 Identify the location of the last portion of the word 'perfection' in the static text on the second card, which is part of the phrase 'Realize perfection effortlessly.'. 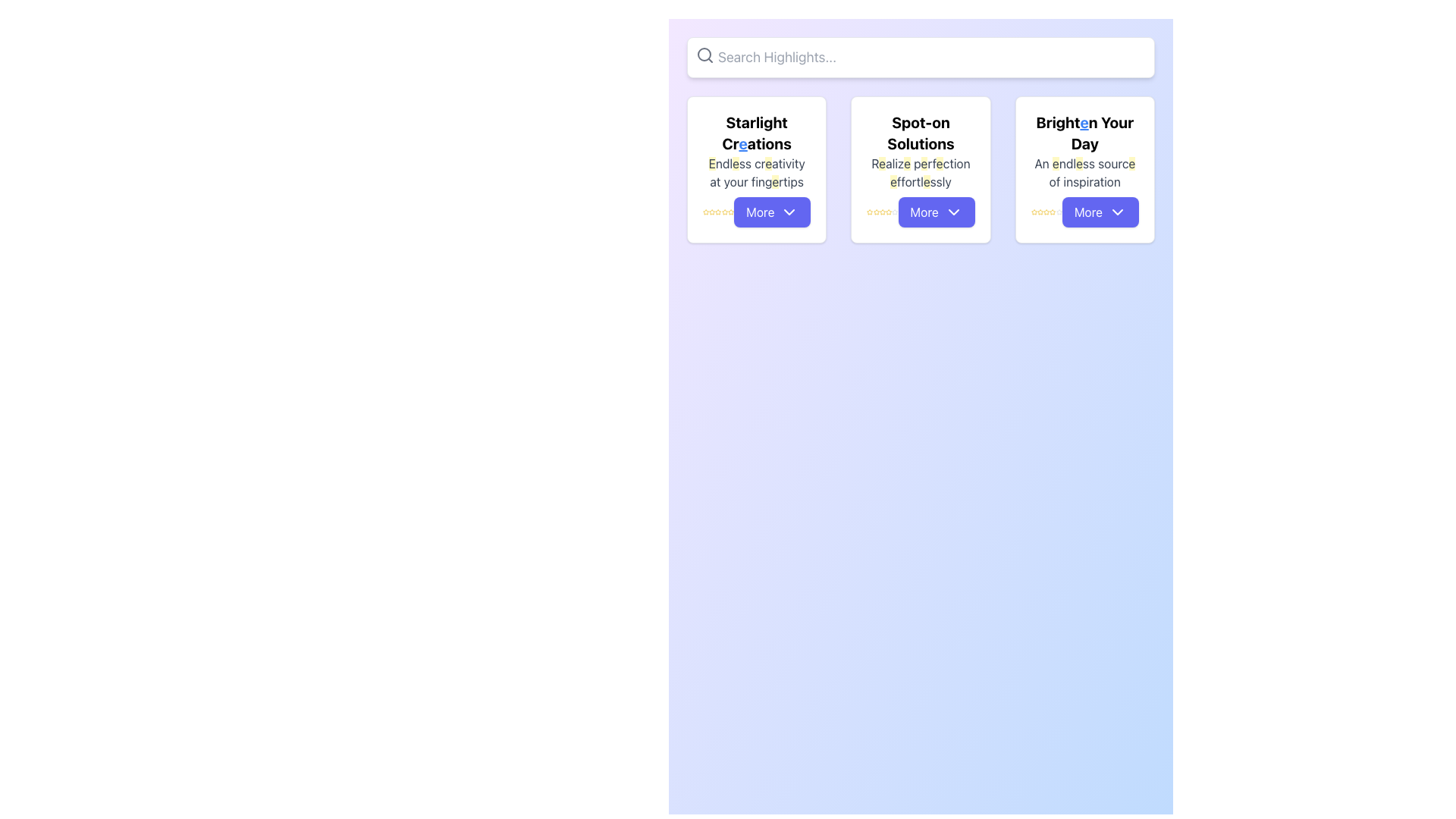
(955, 164).